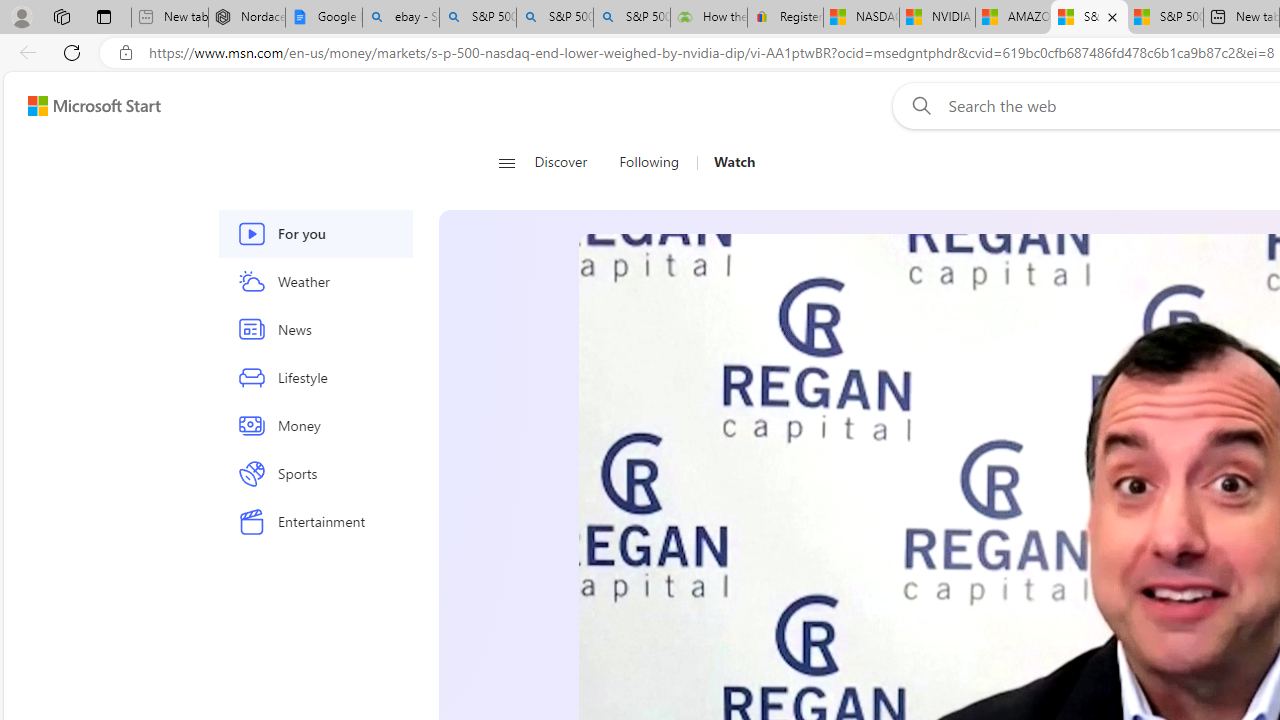 Image resolution: width=1280 pixels, height=720 pixels. Describe the element at coordinates (81, 105) in the screenshot. I see `'Skip to footer'` at that location.